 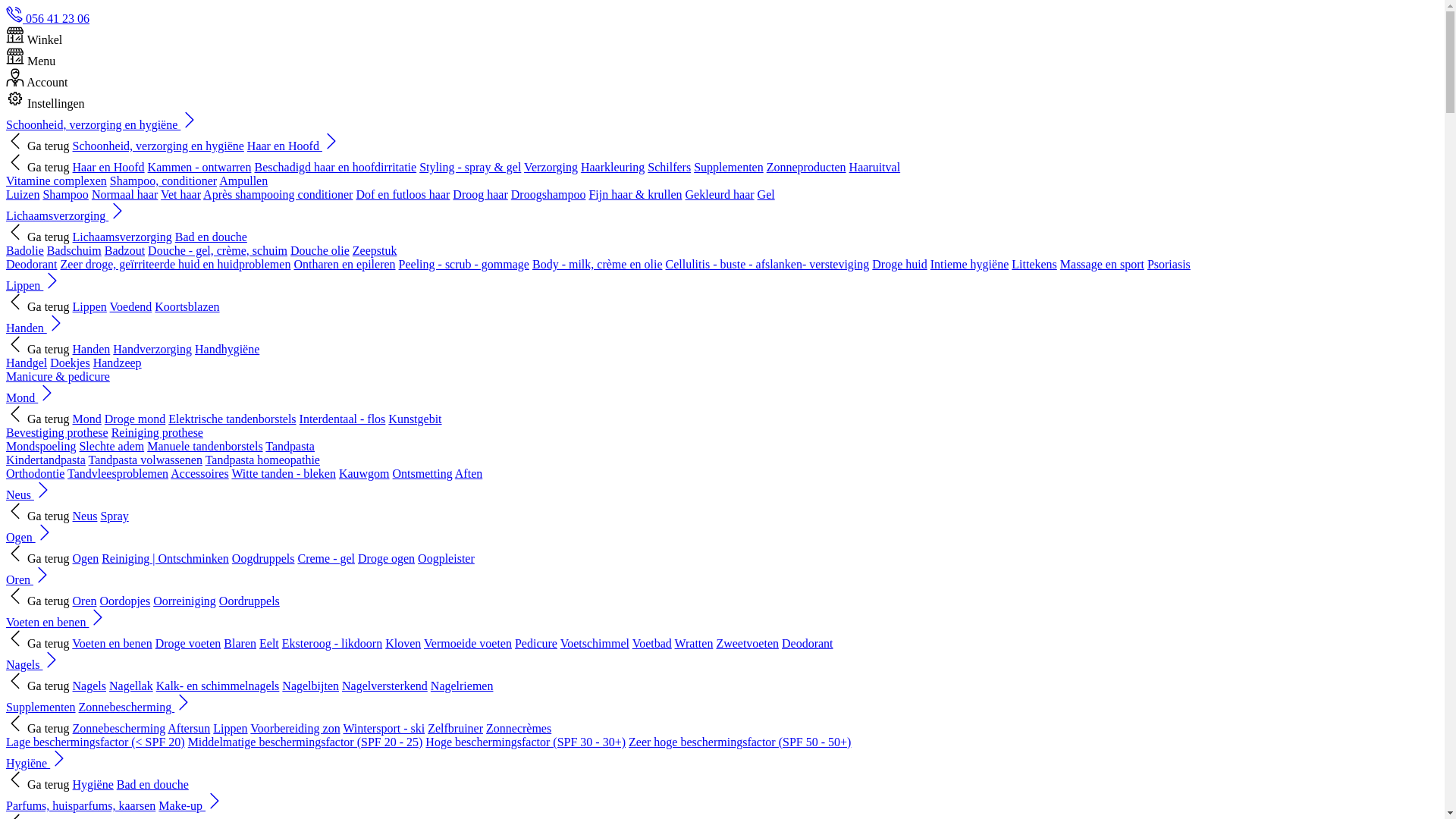 What do you see at coordinates (165, 558) in the screenshot?
I see `'Reiniging | Ontschminken'` at bounding box center [165, 558].